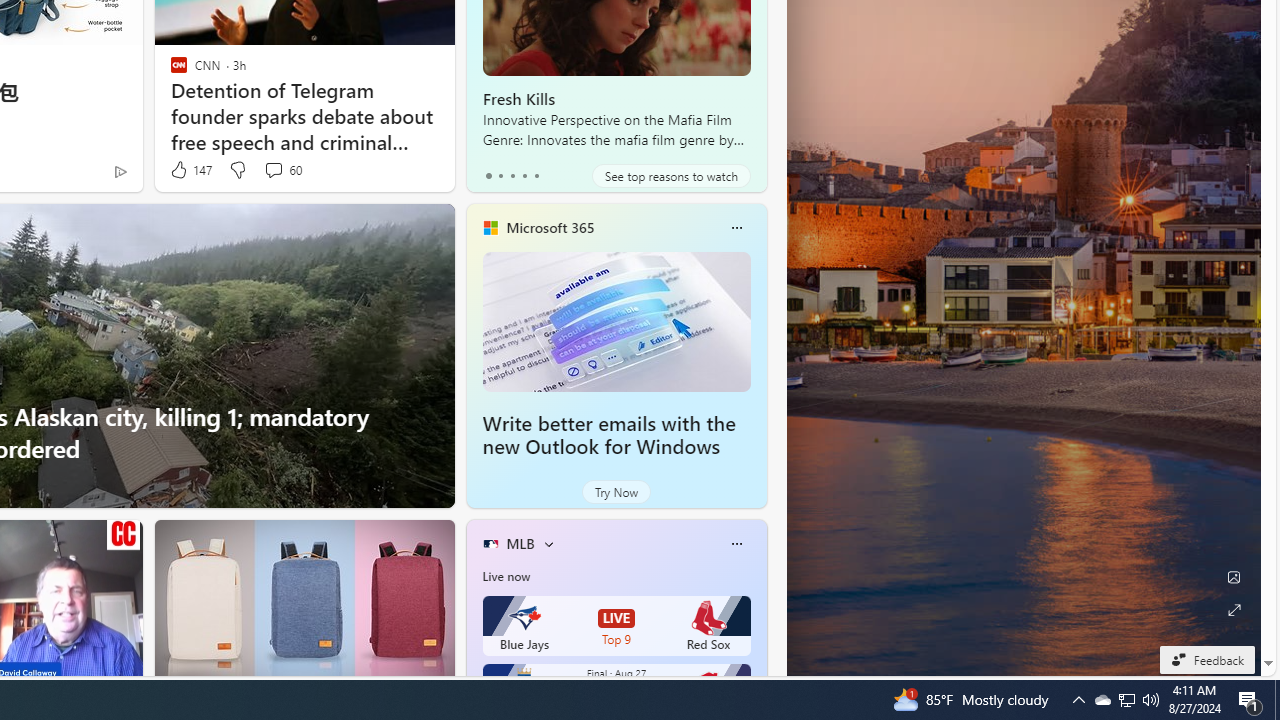 This screenshot has height=720, width=1280. What do you see at coordinates (1232, 609) in the screenshot?
I see `'Expand background'` at bounding box center [1232, 609].